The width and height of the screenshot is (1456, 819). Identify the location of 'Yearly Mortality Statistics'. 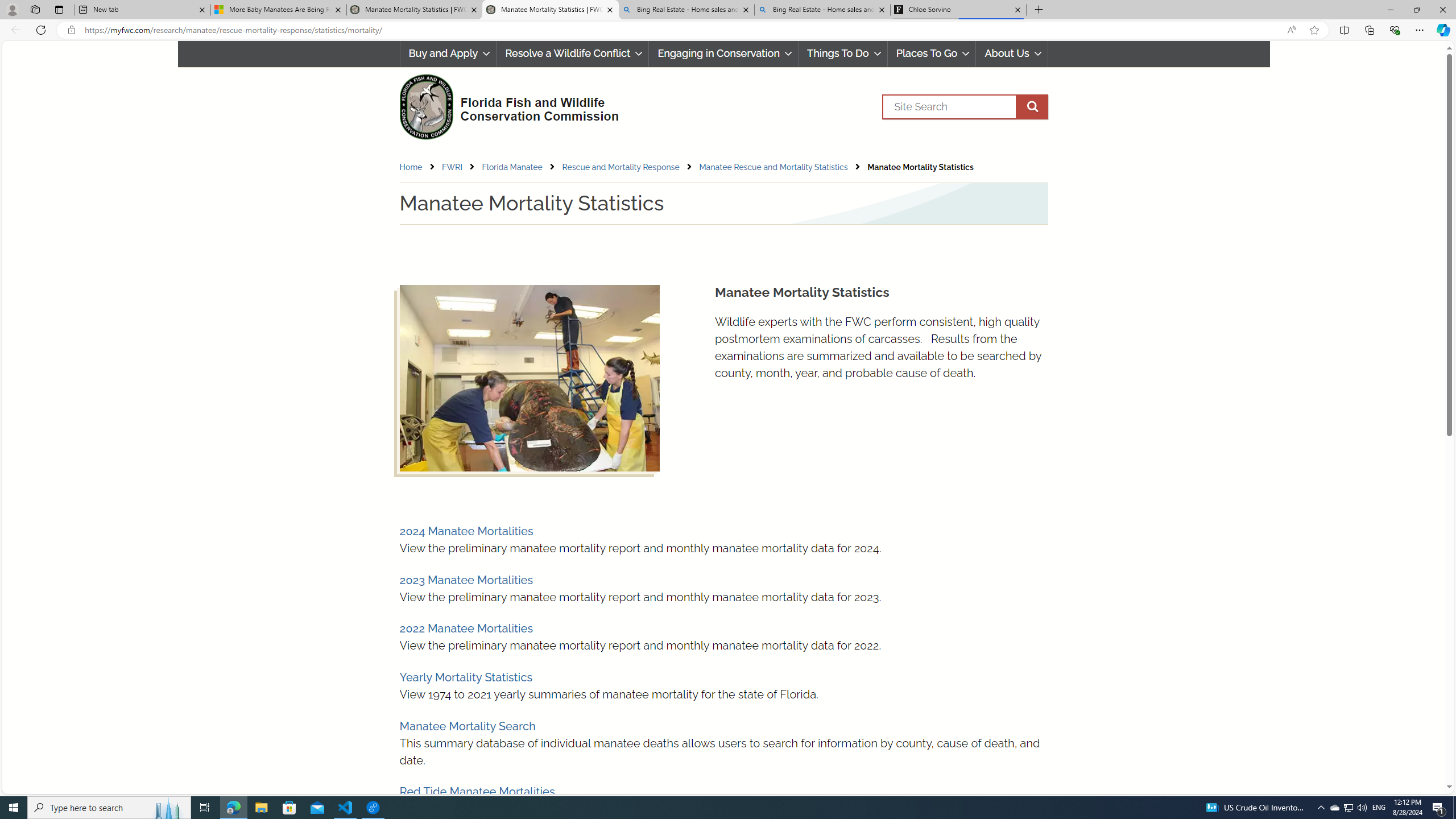
(466, 677).